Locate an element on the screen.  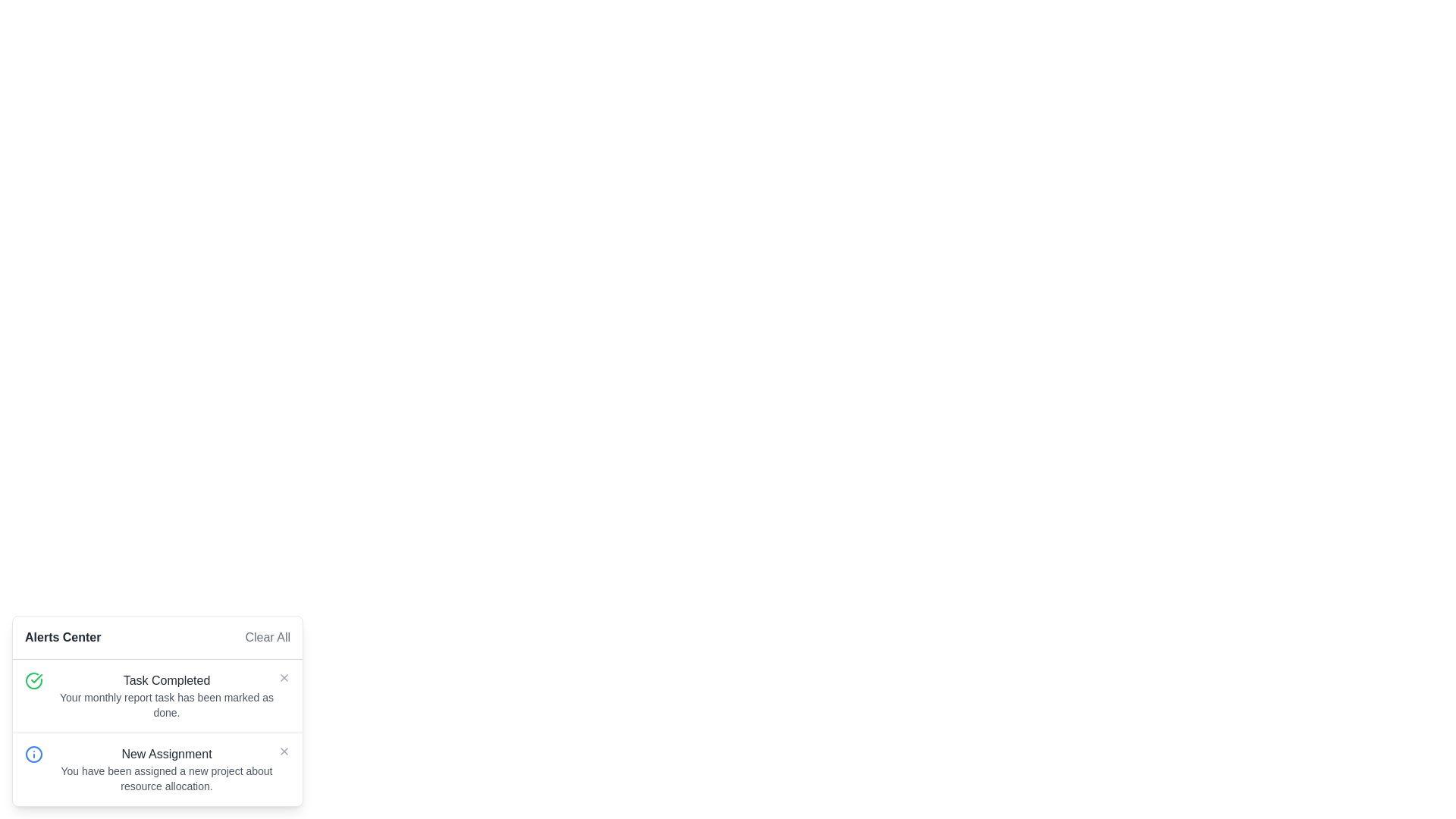
the text label that reads 'You have been assigned a new project about resource allocation.' which is located beneath the heading 'New Assignment' within the notification card in the Alerts Center is located at coordinates (167, 778).